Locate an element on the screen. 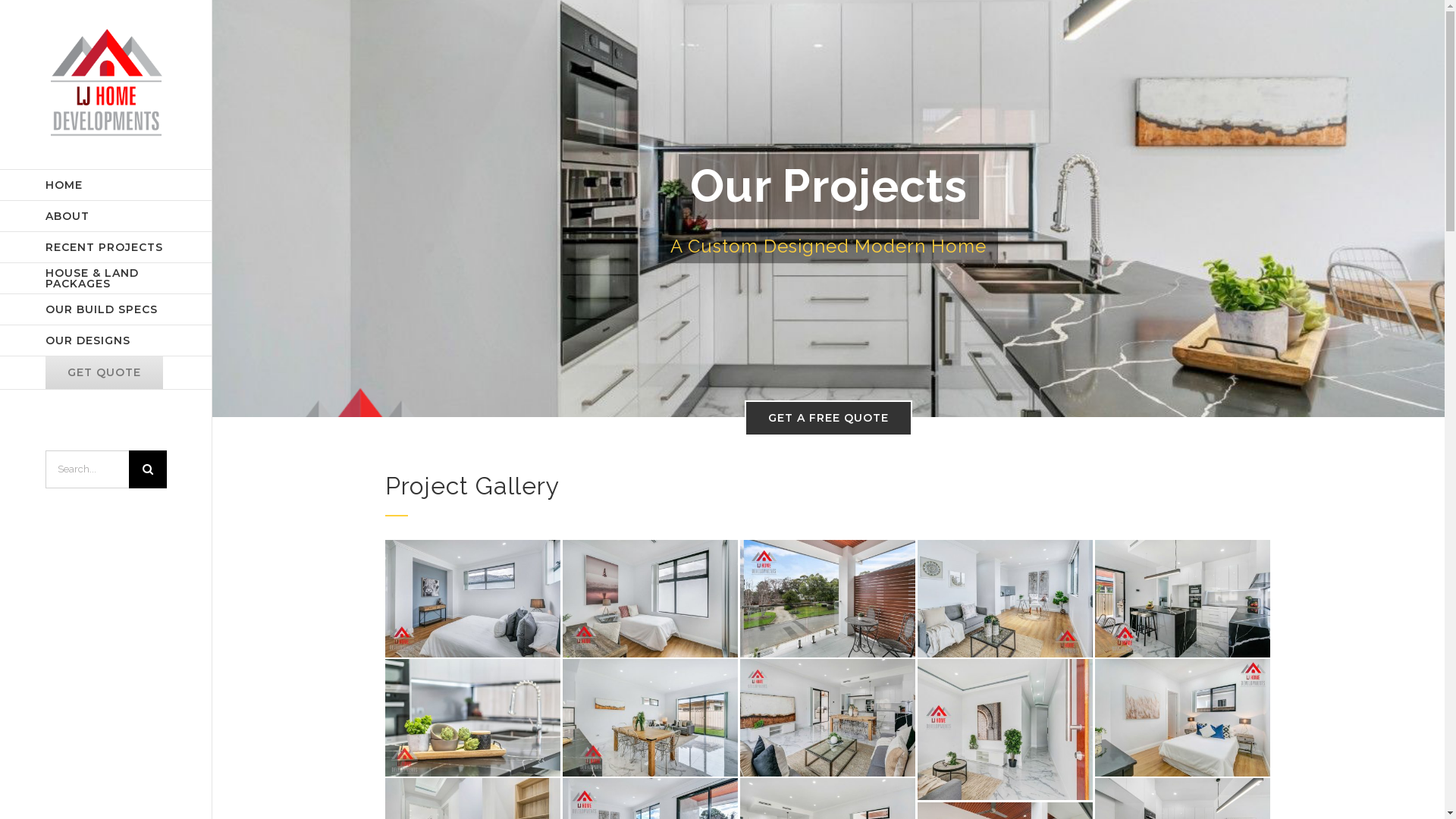  'HOME' is located at coordinates (105, 184).